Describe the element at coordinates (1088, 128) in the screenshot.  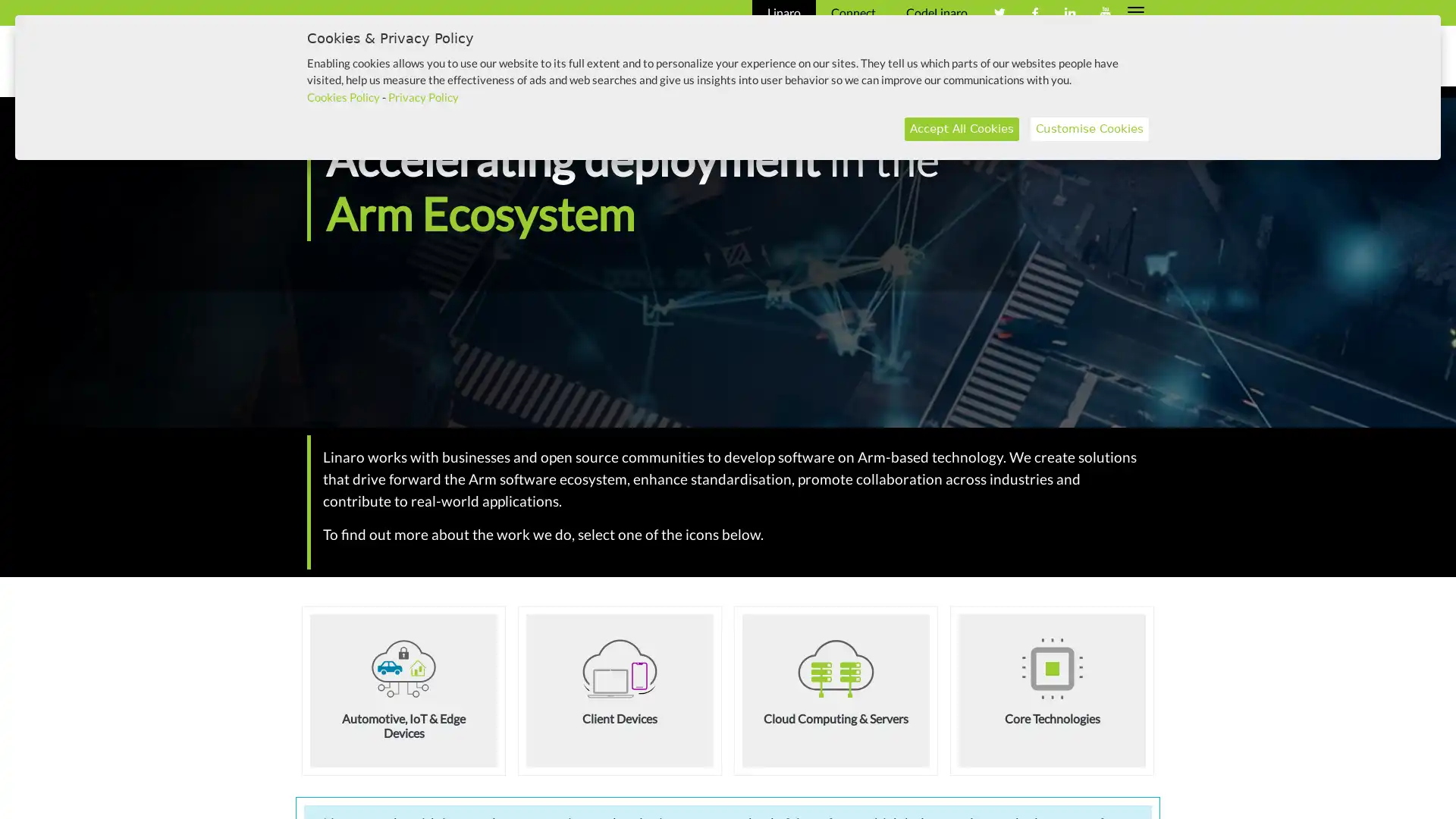
I see `Customise Cookies` at that location.